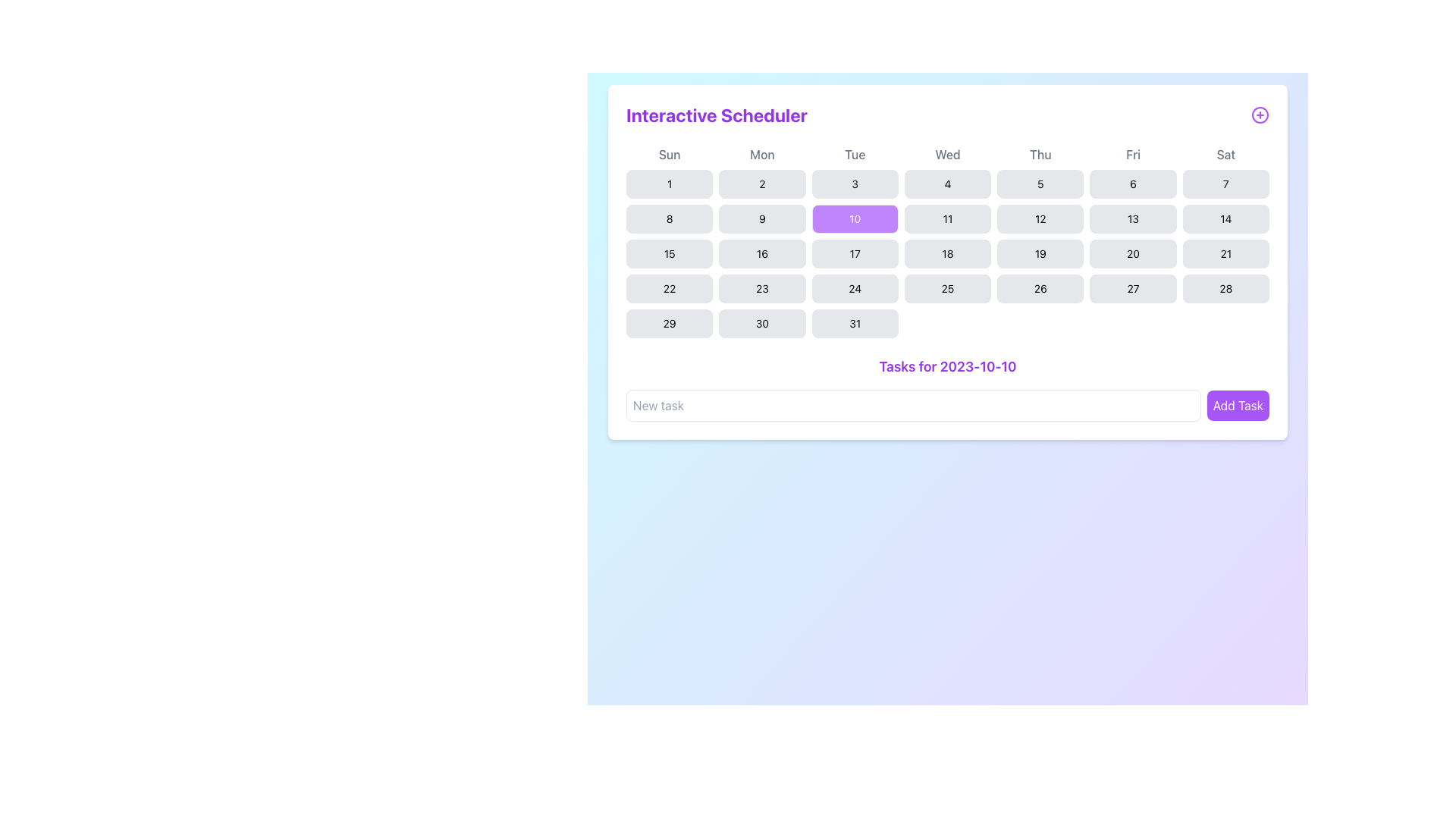 This screenshot has width=1456, height=819. What do you see at coordinates (669, 289) in the screenshot?
I see `the rounded rectangular button displaying the text '22' in black, located in the fourth row, first column of the calendar grid under the 'Sun' header` at bounding box center [669, 289].